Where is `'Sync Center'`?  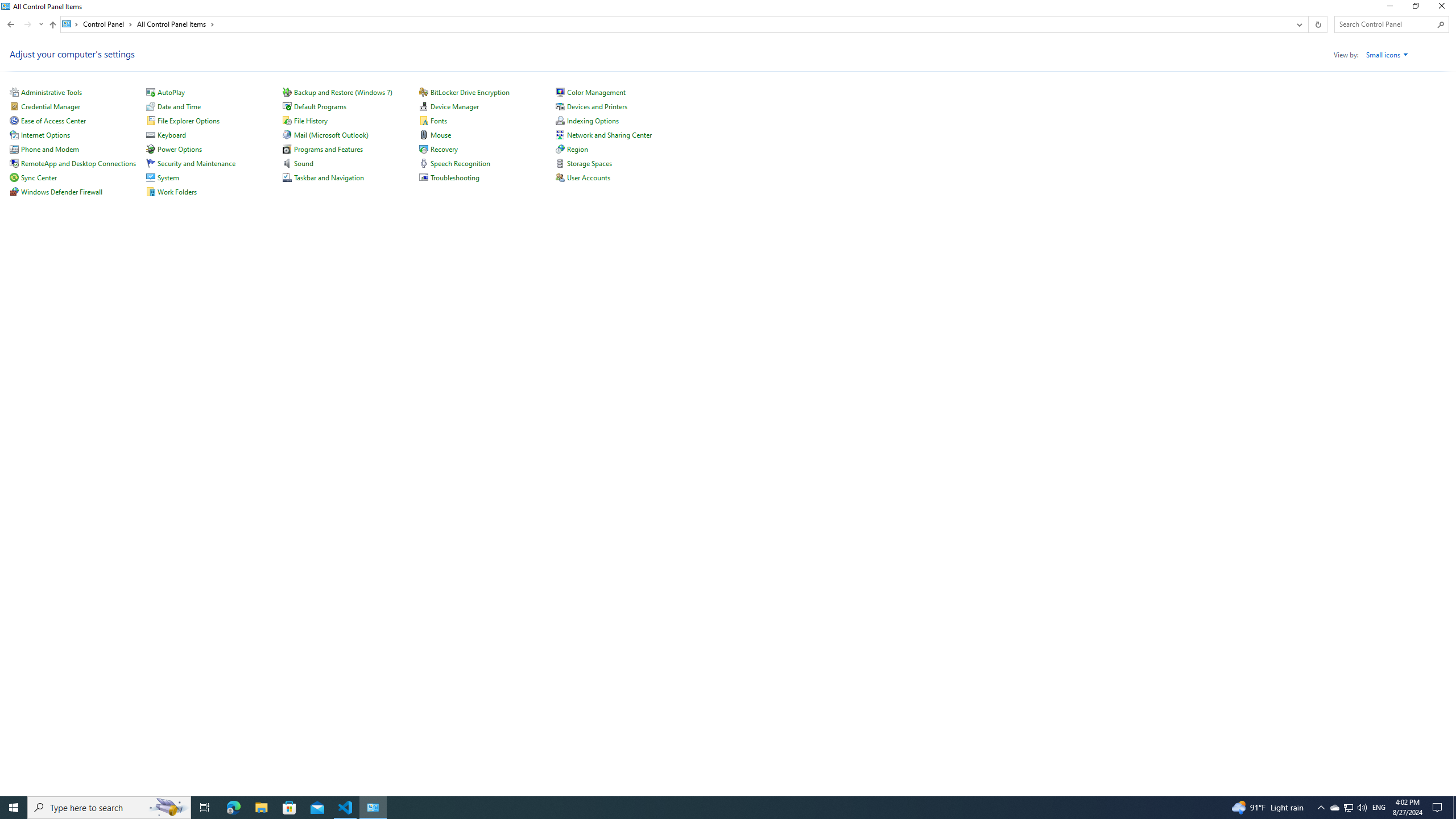 'Sync Center' is located at coordinates (39, 177).